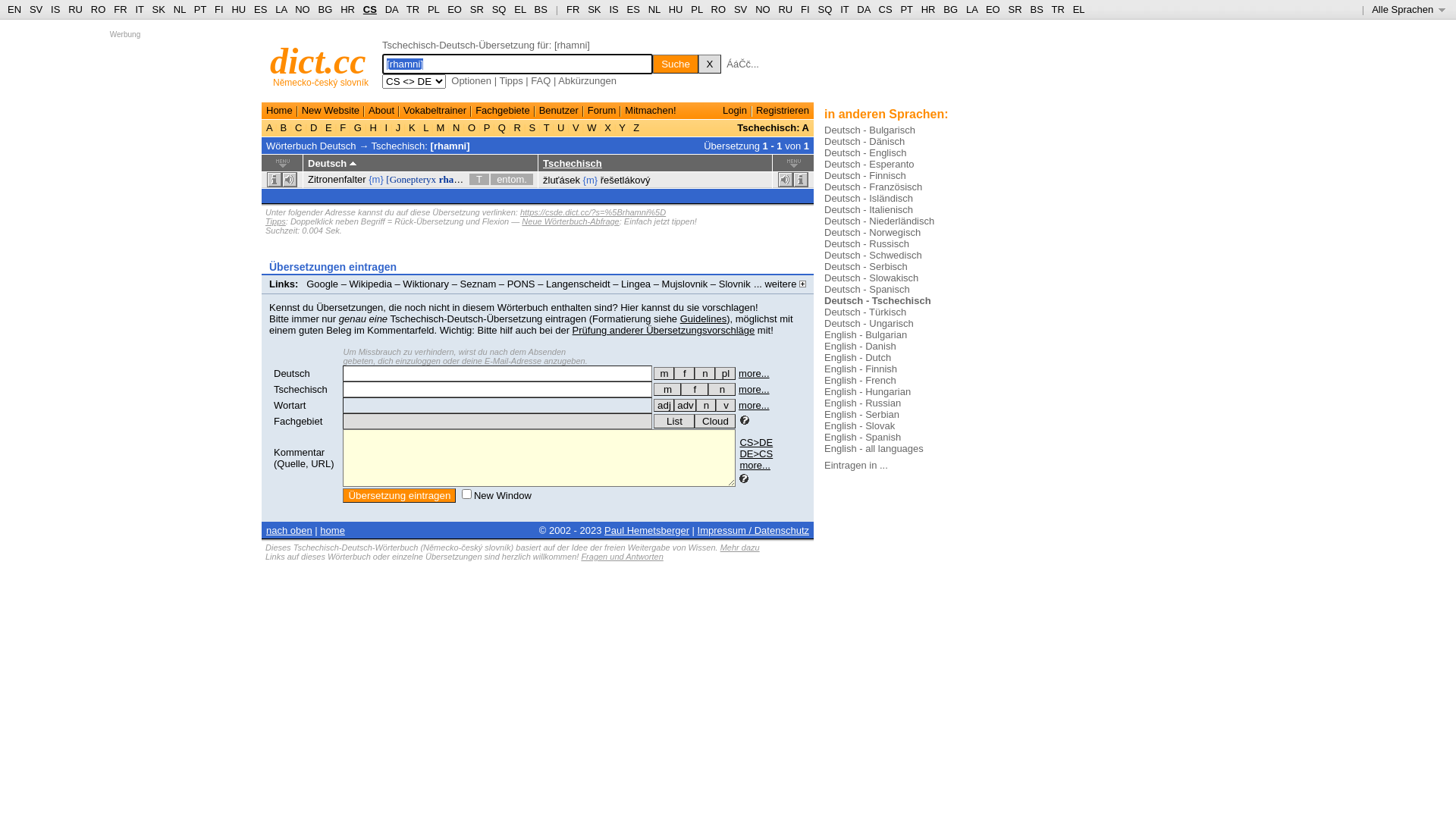 The height and width of the screenshot is (819, 1456). What do you see at coordinates (546, 284) in the screenshot?
I see `'Langenscheidt'` at bounding box center [546, 284].